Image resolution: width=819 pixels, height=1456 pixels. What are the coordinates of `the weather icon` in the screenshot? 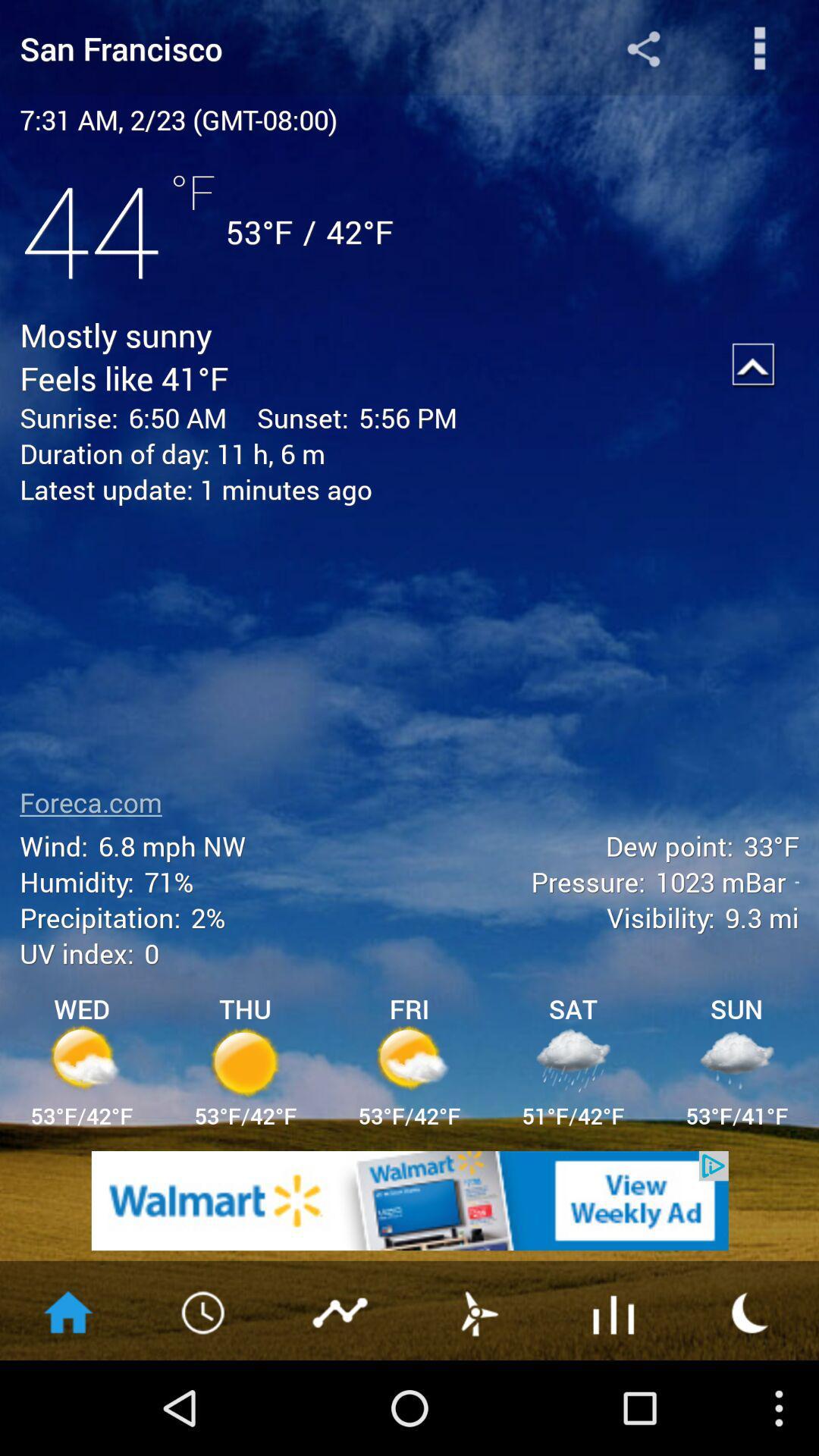 It's located at (751, 1402).